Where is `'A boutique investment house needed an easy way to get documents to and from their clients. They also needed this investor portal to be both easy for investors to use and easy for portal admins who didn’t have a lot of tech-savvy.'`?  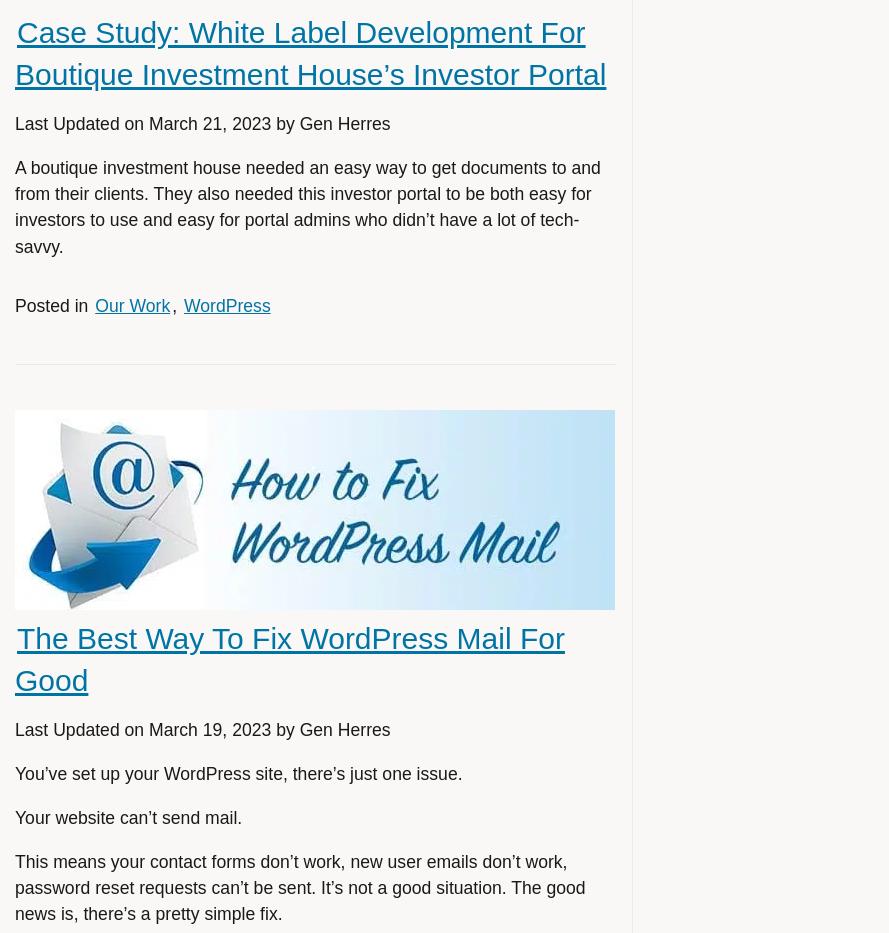
'A boutique investment house needed an easy way to get documents to and from their clients. They also needed this investor portal to be both easy for investors to use and easy for portal admins who didn’t have a lot of tech-savvy.' is located at coordinates (307, 206).